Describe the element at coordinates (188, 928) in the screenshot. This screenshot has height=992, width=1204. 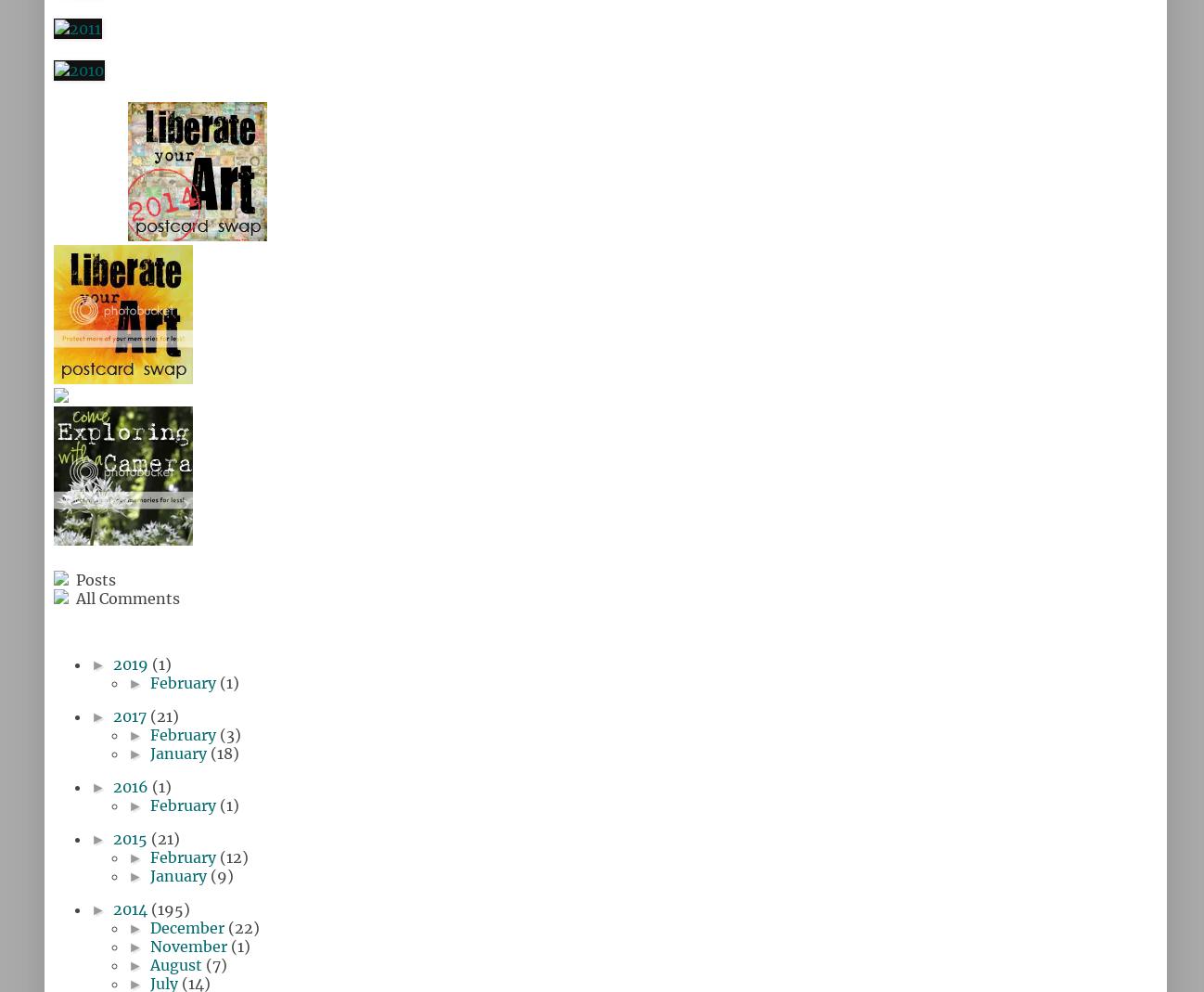
I see `'December'` at that location.